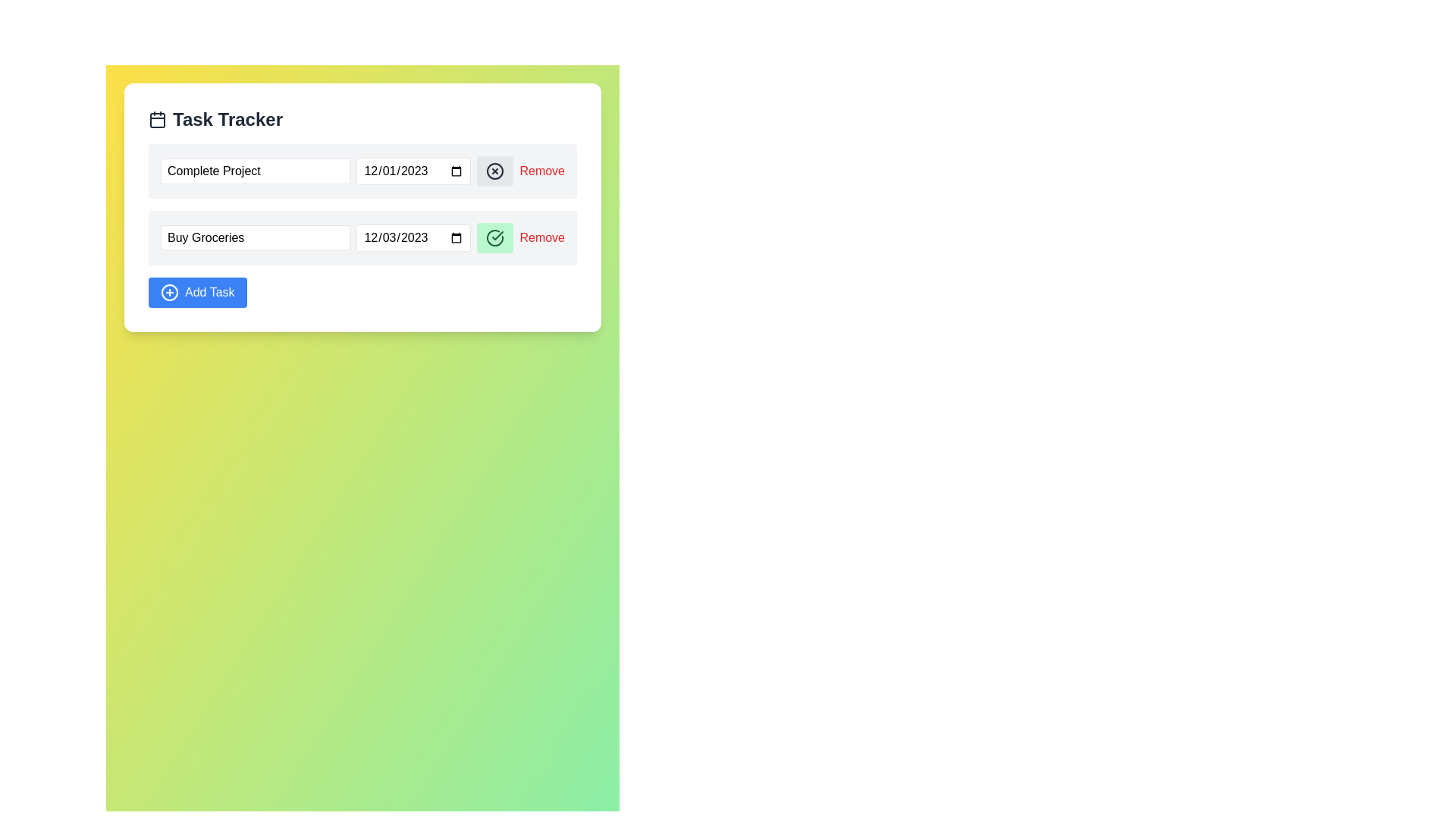 The image size is (1456, 819). Describe the element at coordinates (542, 171) in the screenshot. I see `the remove button located in the topmost task row of the task list, which is aligned to the right end, following the date selection field and a button with an icon, just to the right of a 'Cancel' icon` at that location.